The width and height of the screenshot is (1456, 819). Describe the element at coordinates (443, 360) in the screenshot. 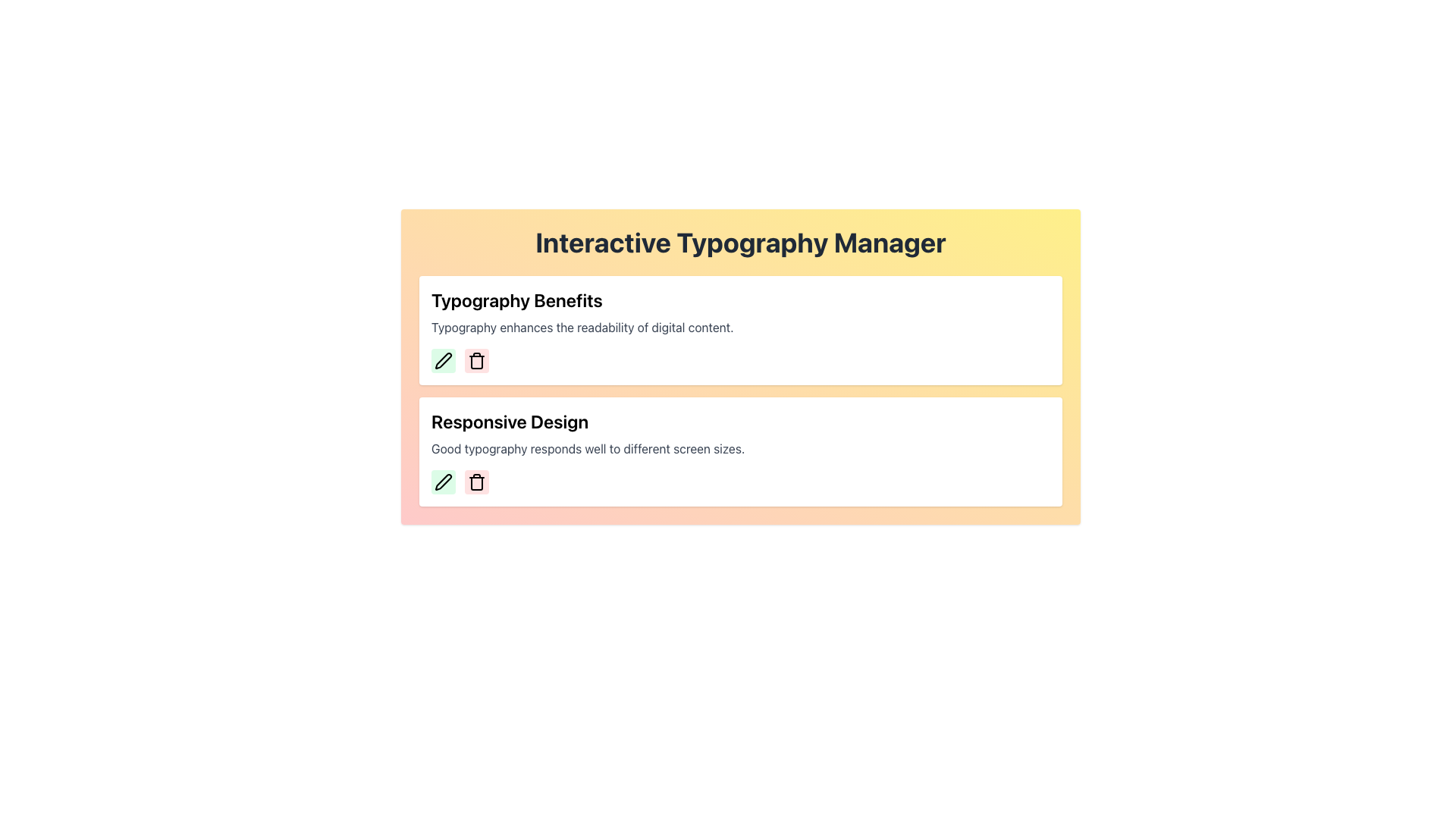

I see `the edit button located at the leftmost position inside the horizontal group of buttons below the 'Responsive Design' card` at that location.